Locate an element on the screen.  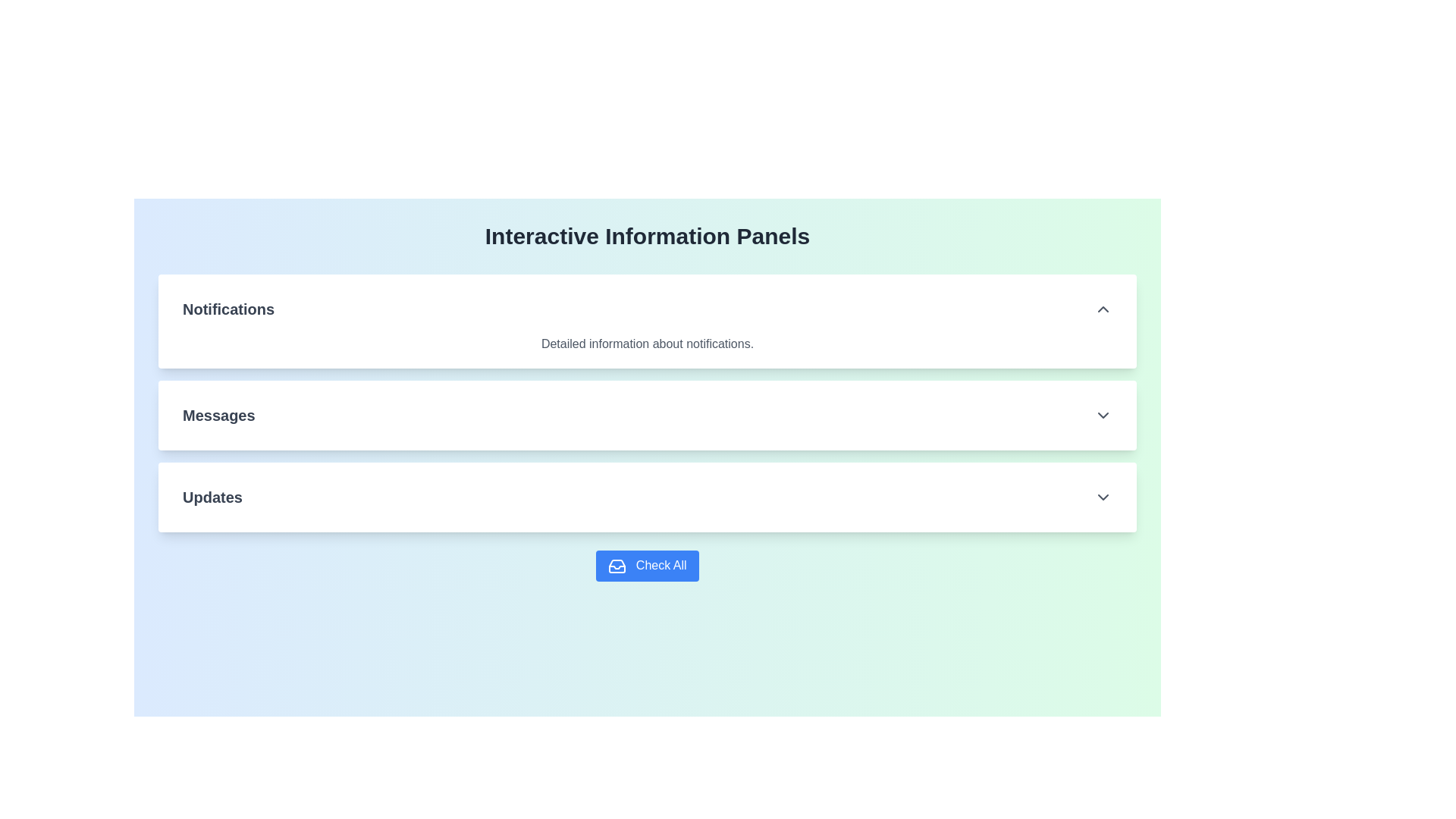
the inbox icon within the 'Check All' button located at the bottom of the panel is located at coordinates (617, 566).